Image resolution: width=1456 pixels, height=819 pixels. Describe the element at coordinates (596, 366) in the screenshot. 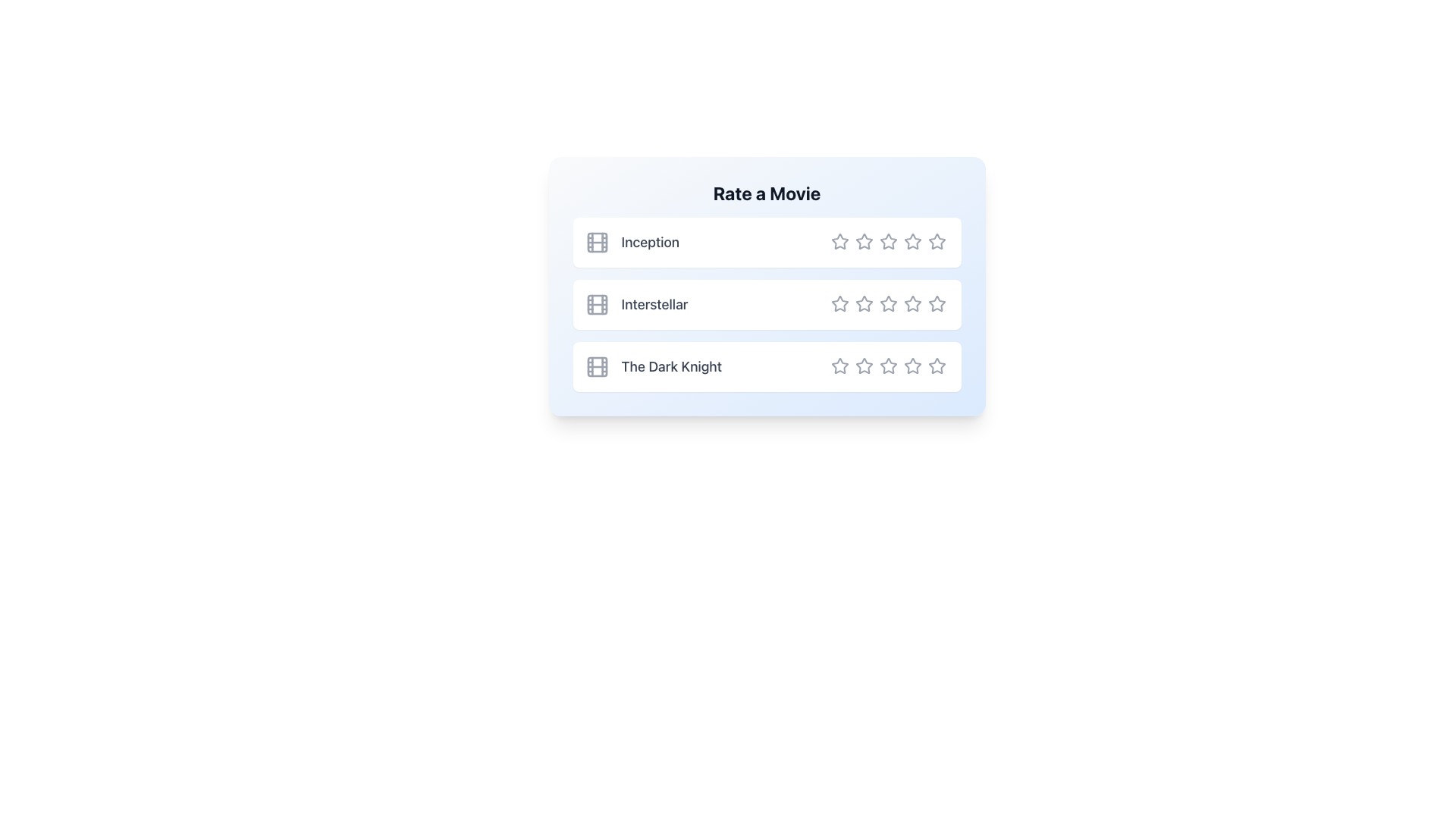

I see `the film icon element, which is styled in light-gray and located to the left of the text 'The Dark Knight' in the movie rating section` at that location.